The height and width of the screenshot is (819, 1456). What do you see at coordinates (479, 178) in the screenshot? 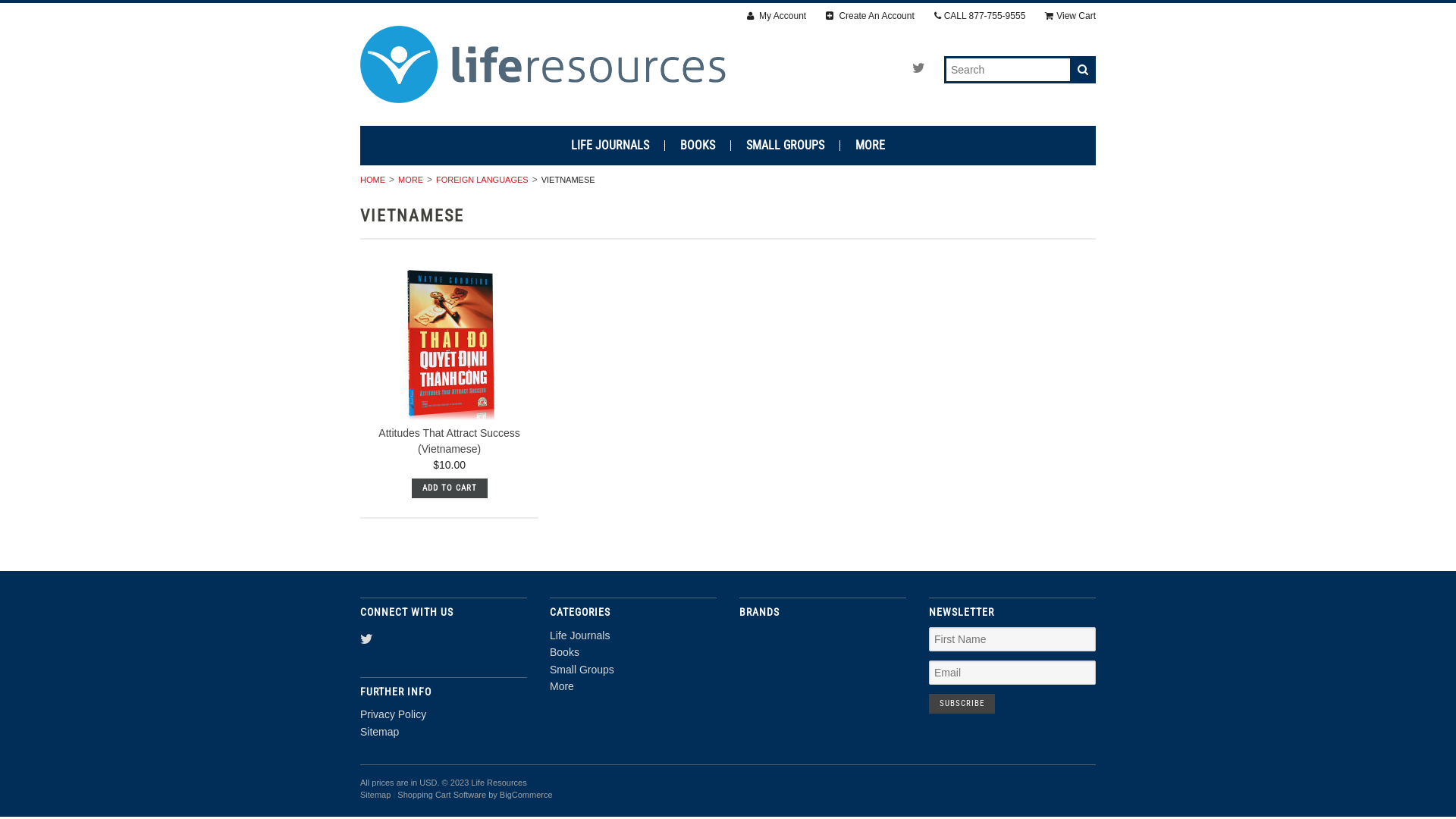
I see `'FOREIGN LANGUAGES'` at bounding box center [479, 178].